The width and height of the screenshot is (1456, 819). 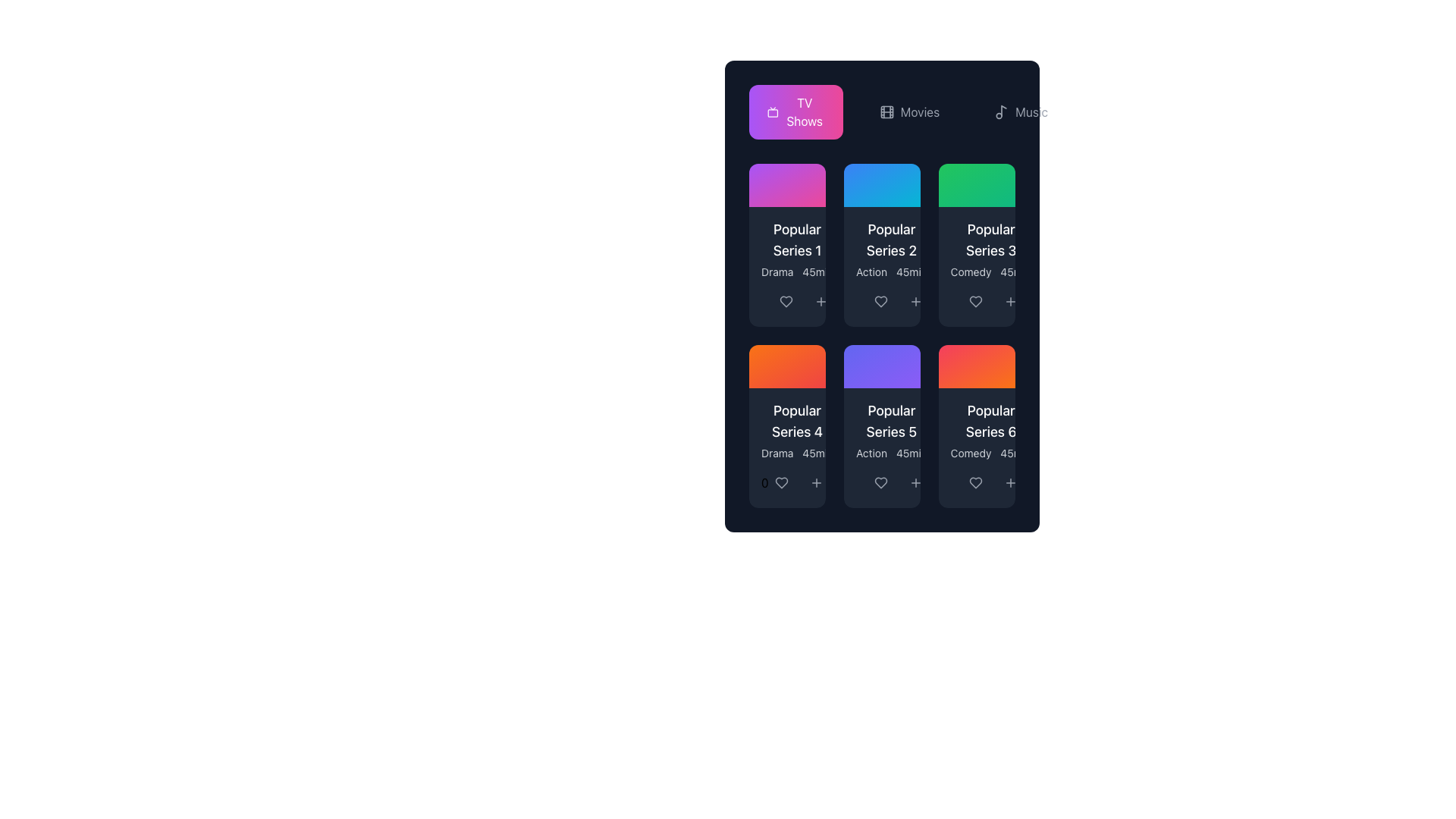 I want to click on the '+' icon, which is an SVG button located in the bottom-right section of the 'Popular Series 3' card, below the card's title and description, so click(x=1011, y=301).